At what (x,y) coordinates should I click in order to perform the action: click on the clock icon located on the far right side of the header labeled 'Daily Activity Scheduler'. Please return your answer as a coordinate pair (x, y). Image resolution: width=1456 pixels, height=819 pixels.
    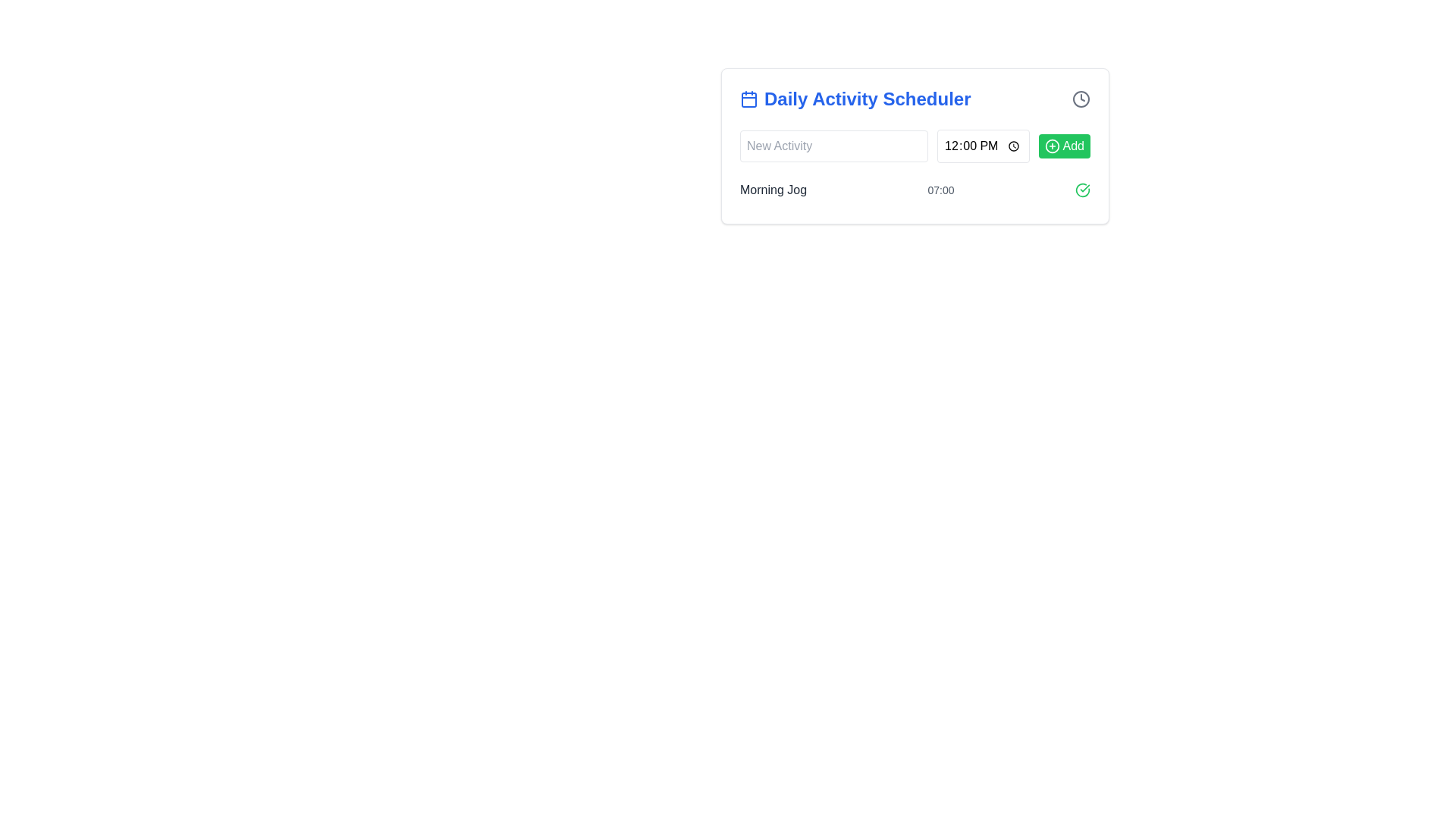
    Looking at the image, I should click on (1080, 99).